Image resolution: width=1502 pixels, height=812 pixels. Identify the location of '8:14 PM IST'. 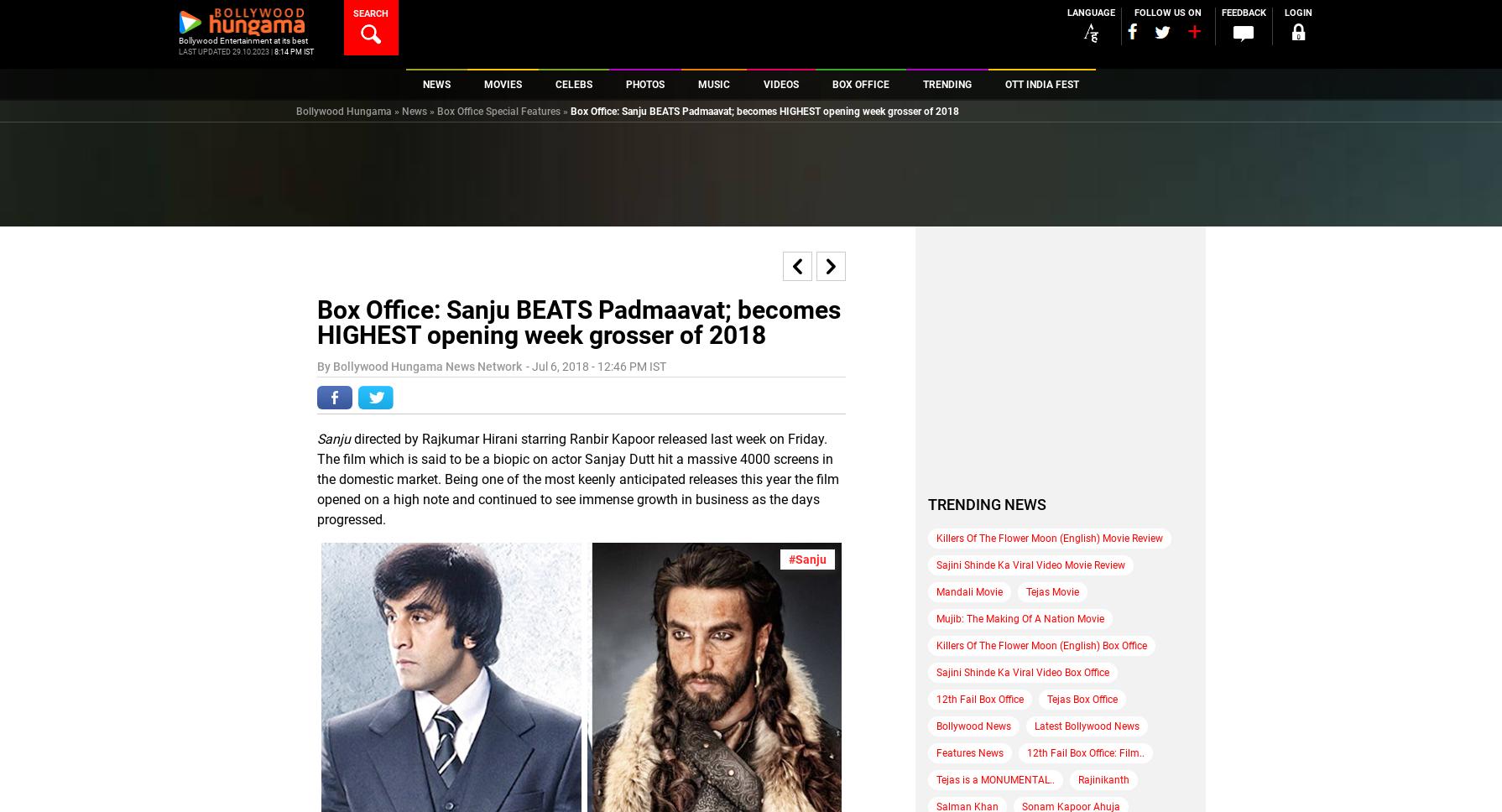
(293, 50).